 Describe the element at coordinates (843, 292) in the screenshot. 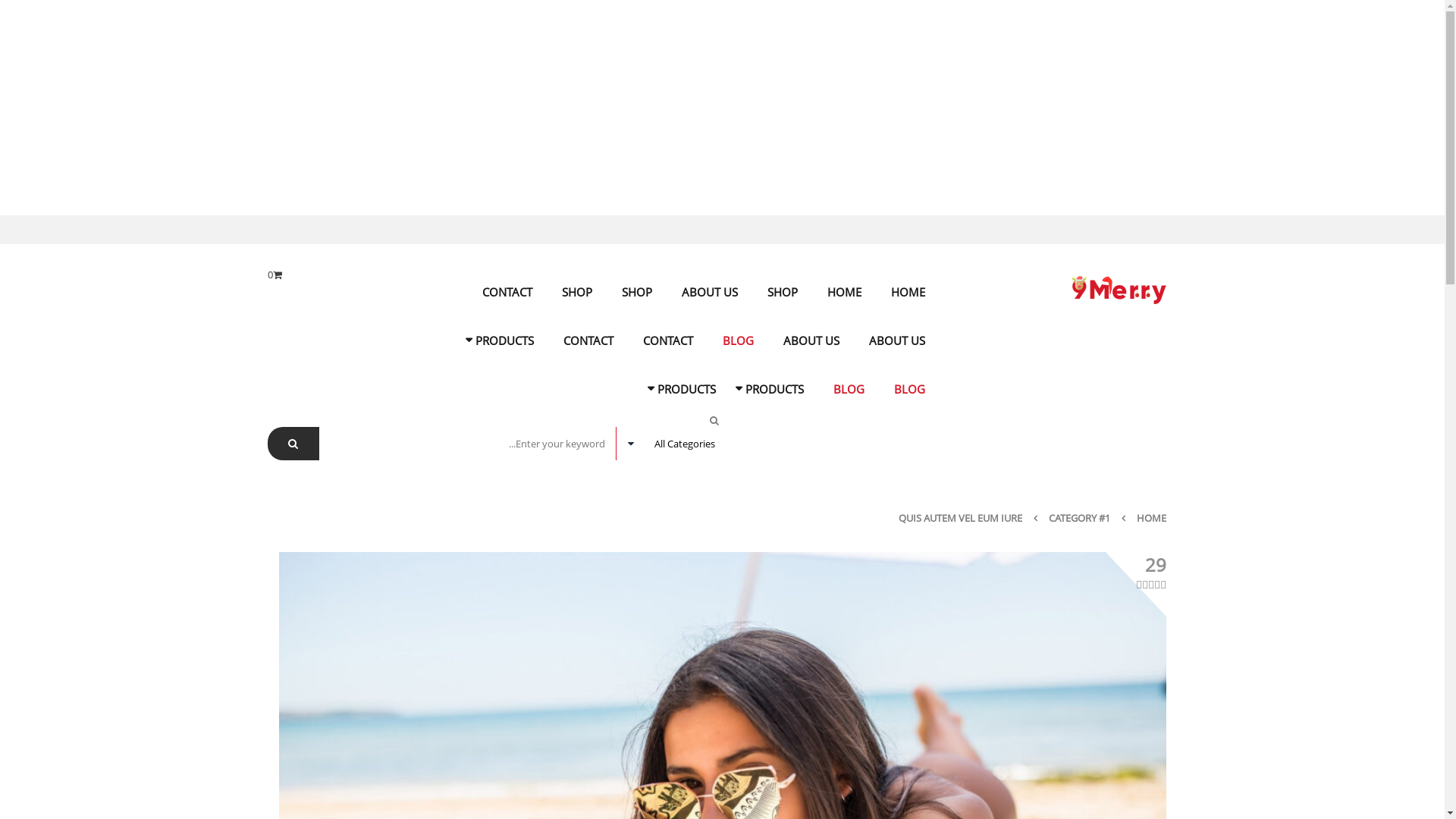

I see `'HOME'` at that location.